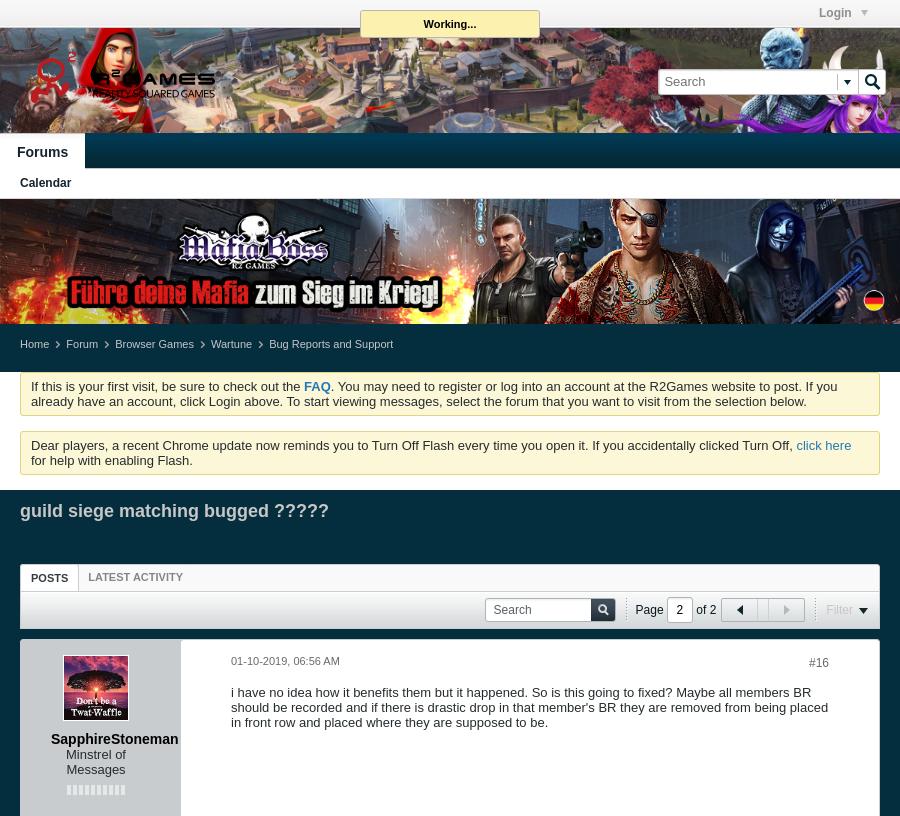  I want to click on 'Filter', so click(826, 608).